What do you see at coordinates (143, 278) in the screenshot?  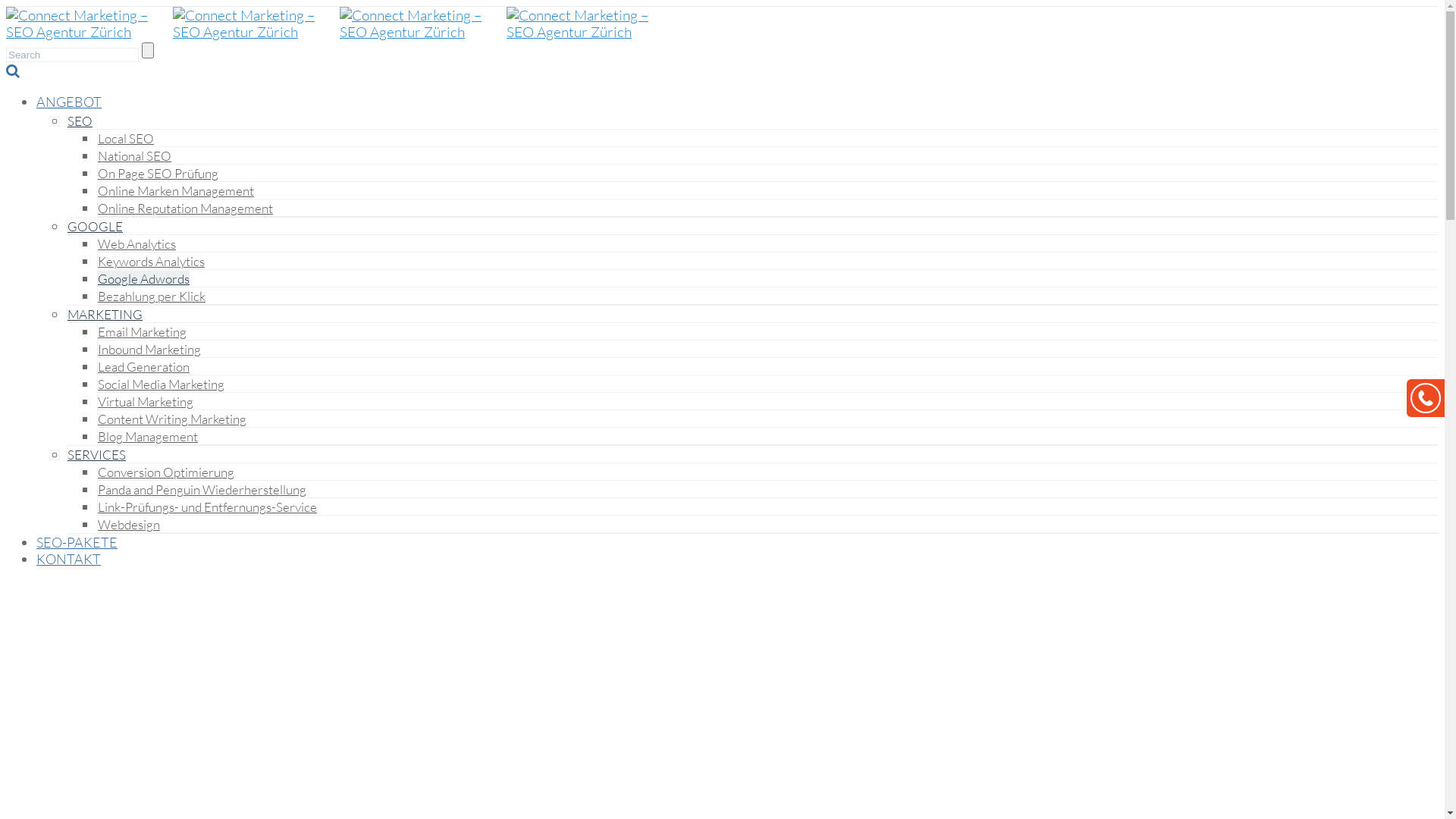 I see `'Google Adwords'` at bounding box center [143, 278].